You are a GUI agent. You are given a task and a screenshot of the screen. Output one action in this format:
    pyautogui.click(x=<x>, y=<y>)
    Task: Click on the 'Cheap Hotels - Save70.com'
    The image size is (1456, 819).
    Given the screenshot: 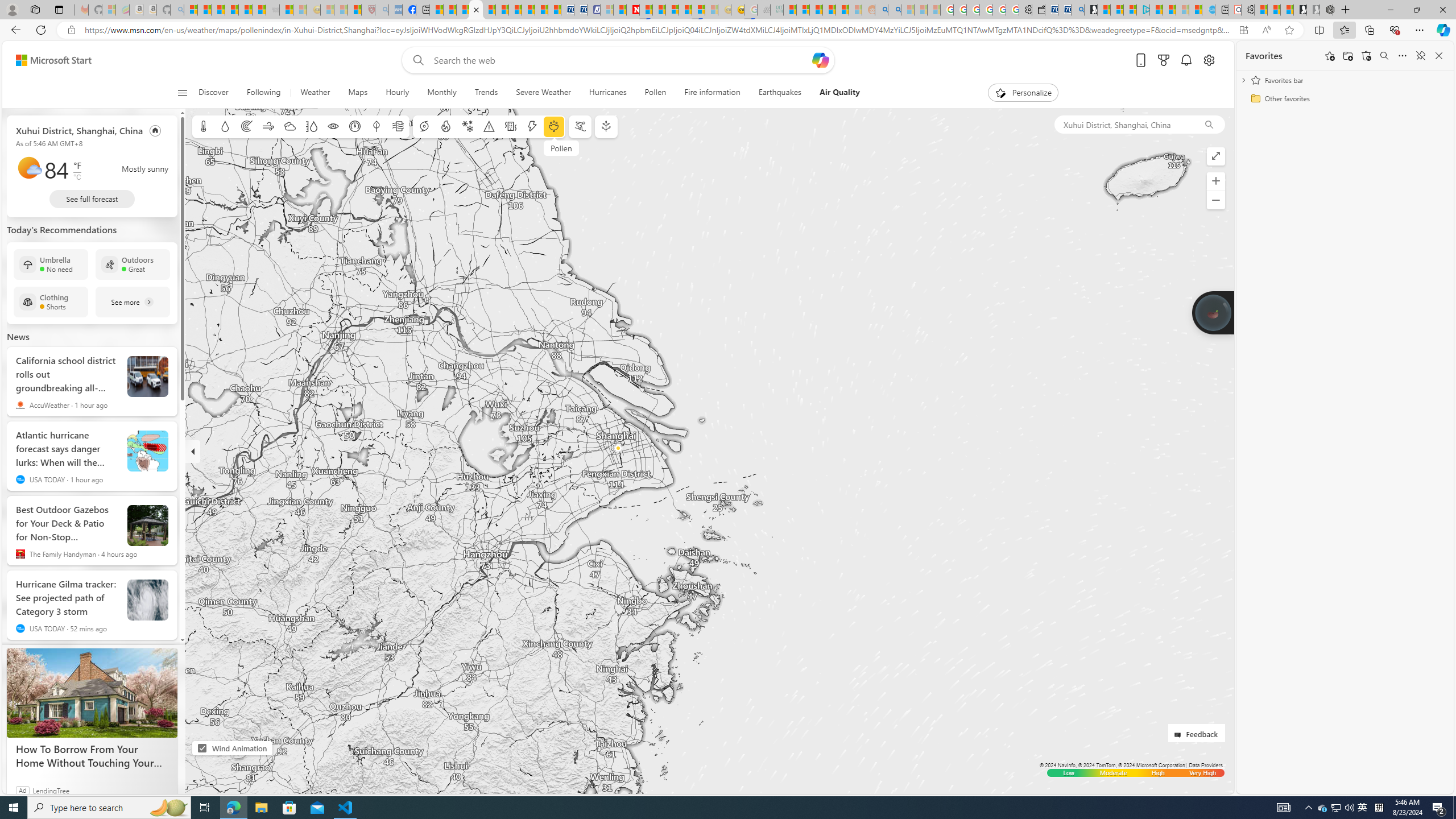 What is the action you would take?
    pyautogui.click(x=580, y=9)
    